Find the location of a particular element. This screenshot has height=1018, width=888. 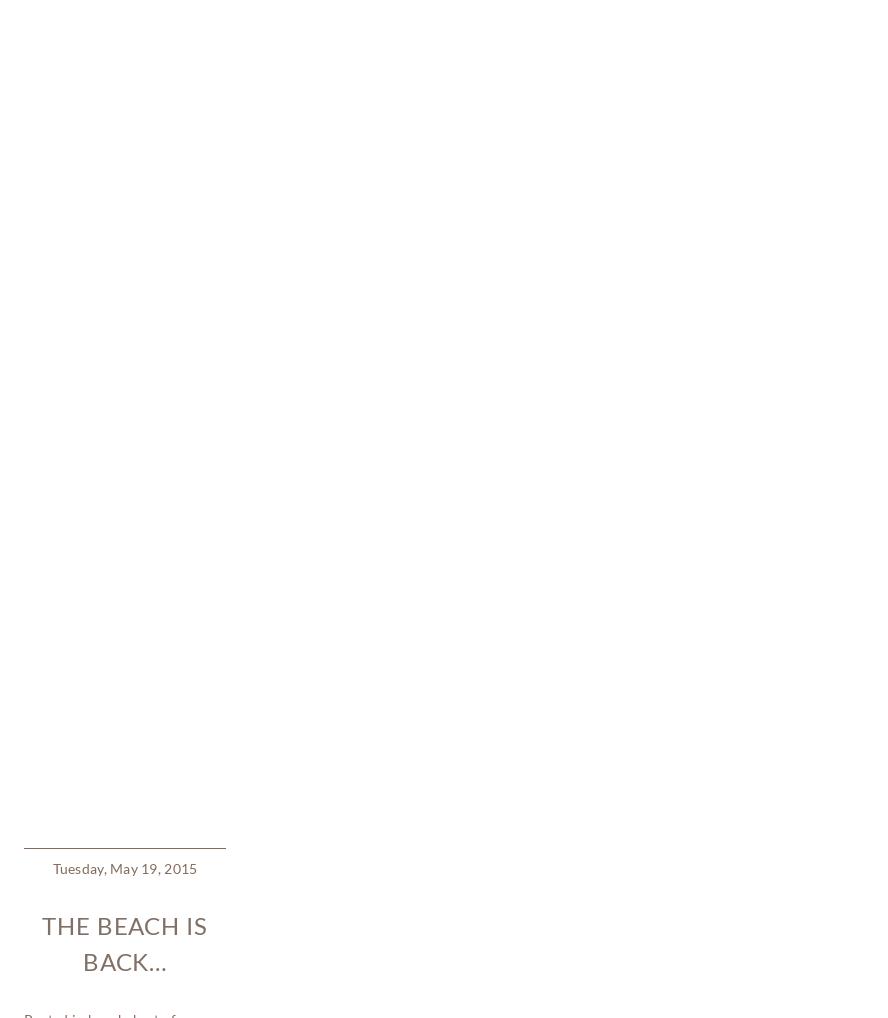

'Here’s to summer days ~ they’ll be here soon!' is located at coordinates (123, 801).